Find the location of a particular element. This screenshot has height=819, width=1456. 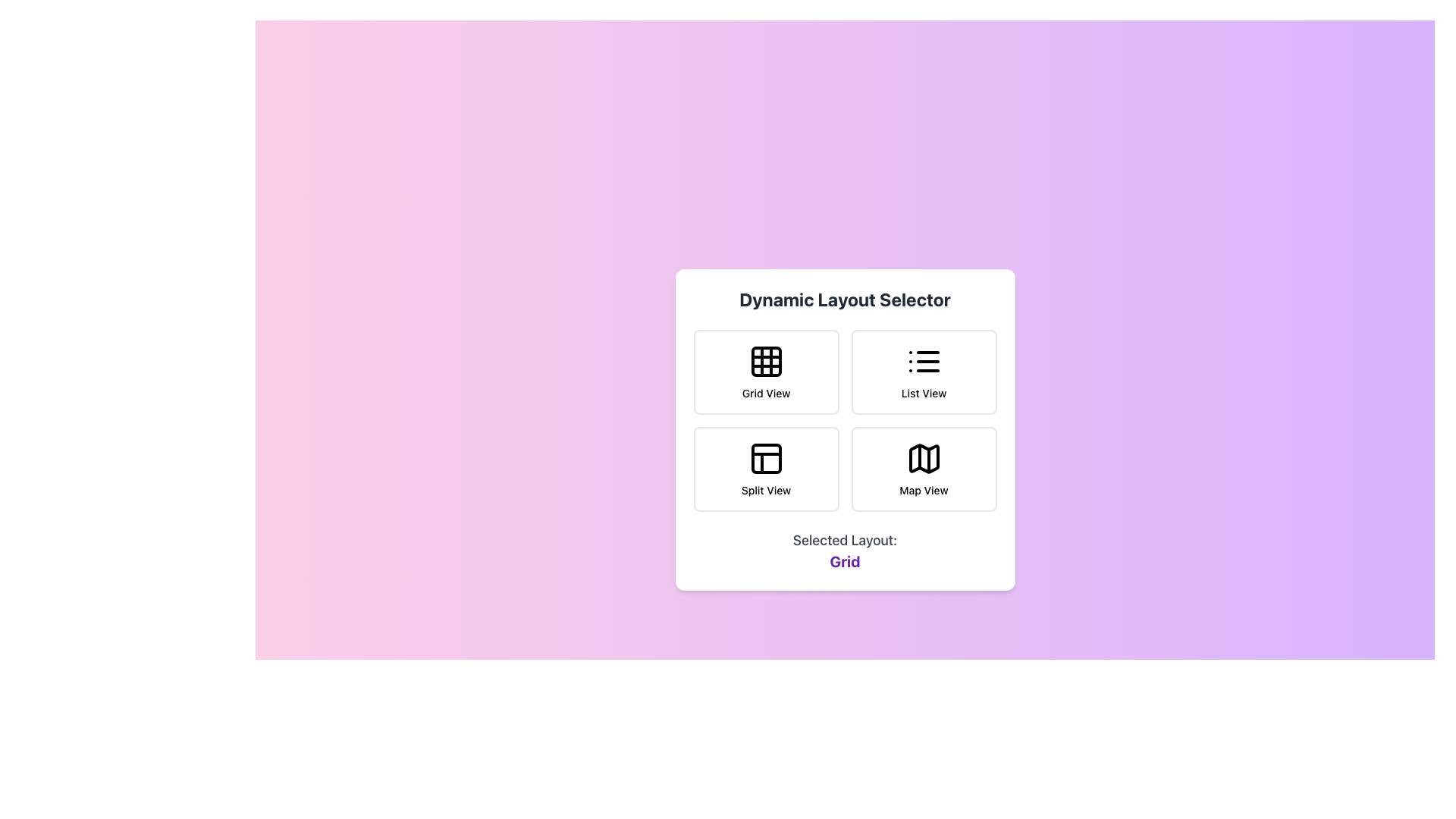

the 'Map View' button located in the lower-right corner of the grid layout is located at coordinates (923, 468).